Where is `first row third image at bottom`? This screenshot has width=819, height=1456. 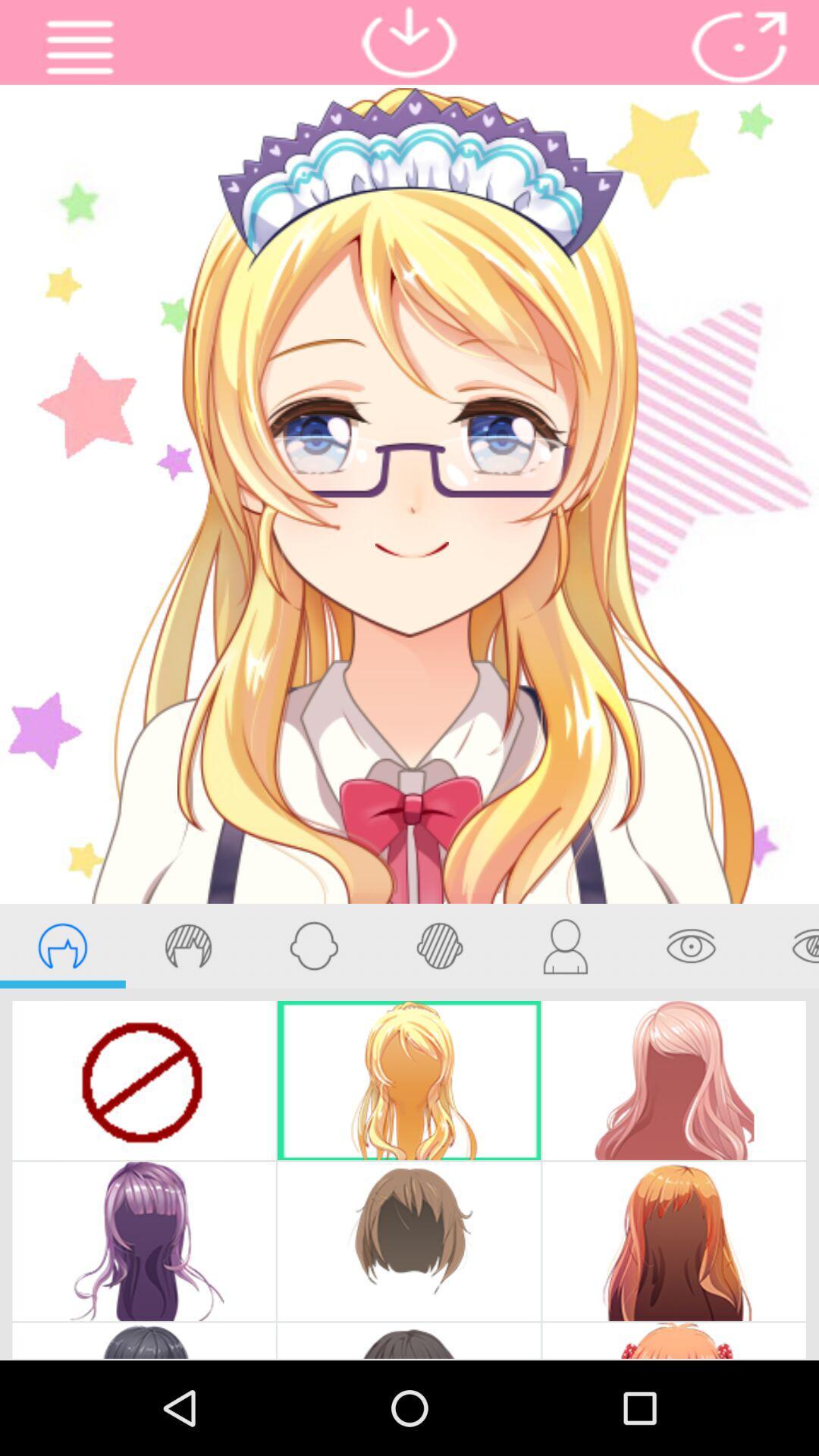
first row third image at bottom is located at coordinates (673, 1080).